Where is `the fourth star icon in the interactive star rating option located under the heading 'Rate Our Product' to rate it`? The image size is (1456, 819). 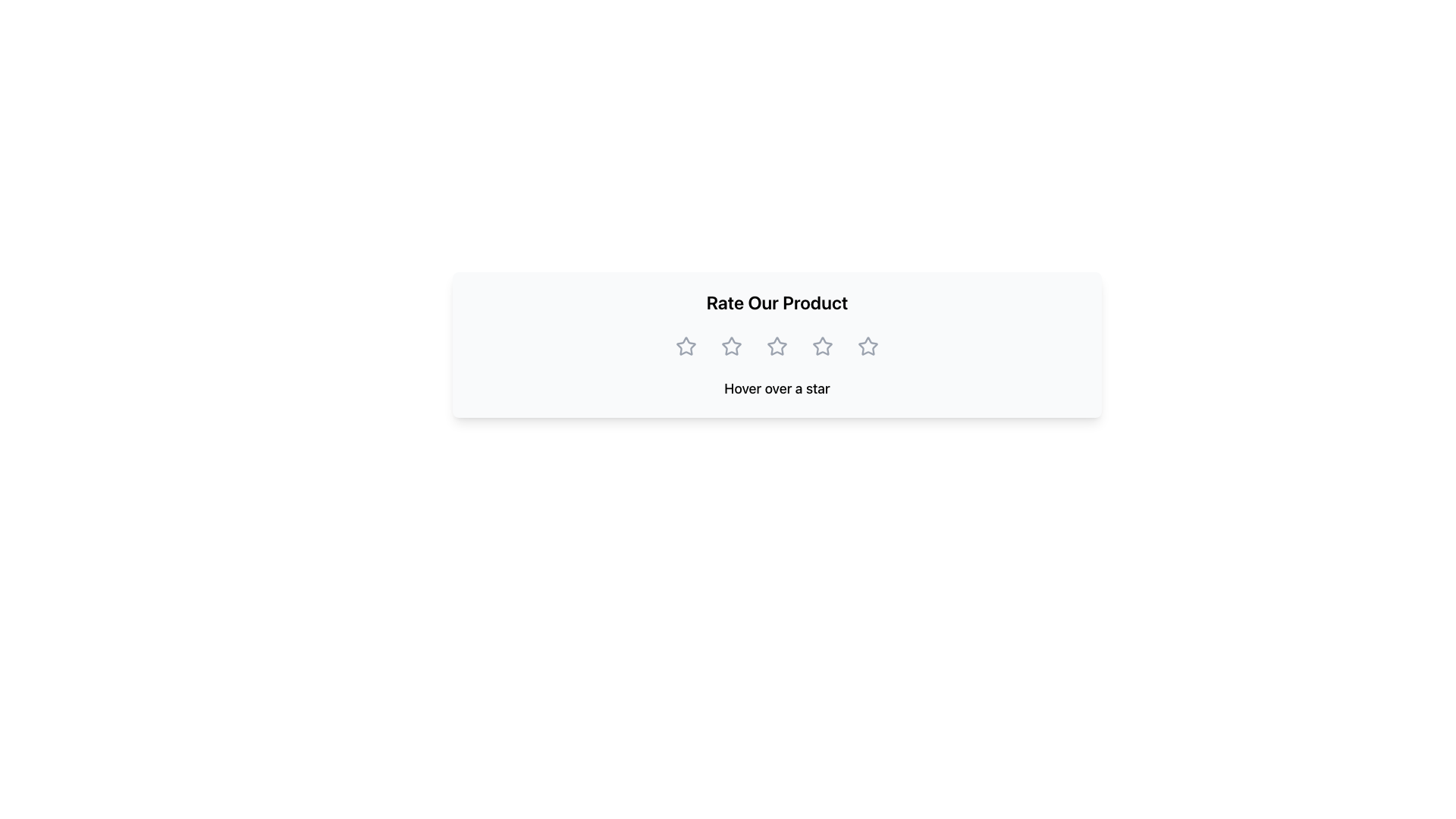 the fourth star icon in the interactive star rating option located under the heading 'Rate Our Product' to rate it is located at coordinates (821, 346).